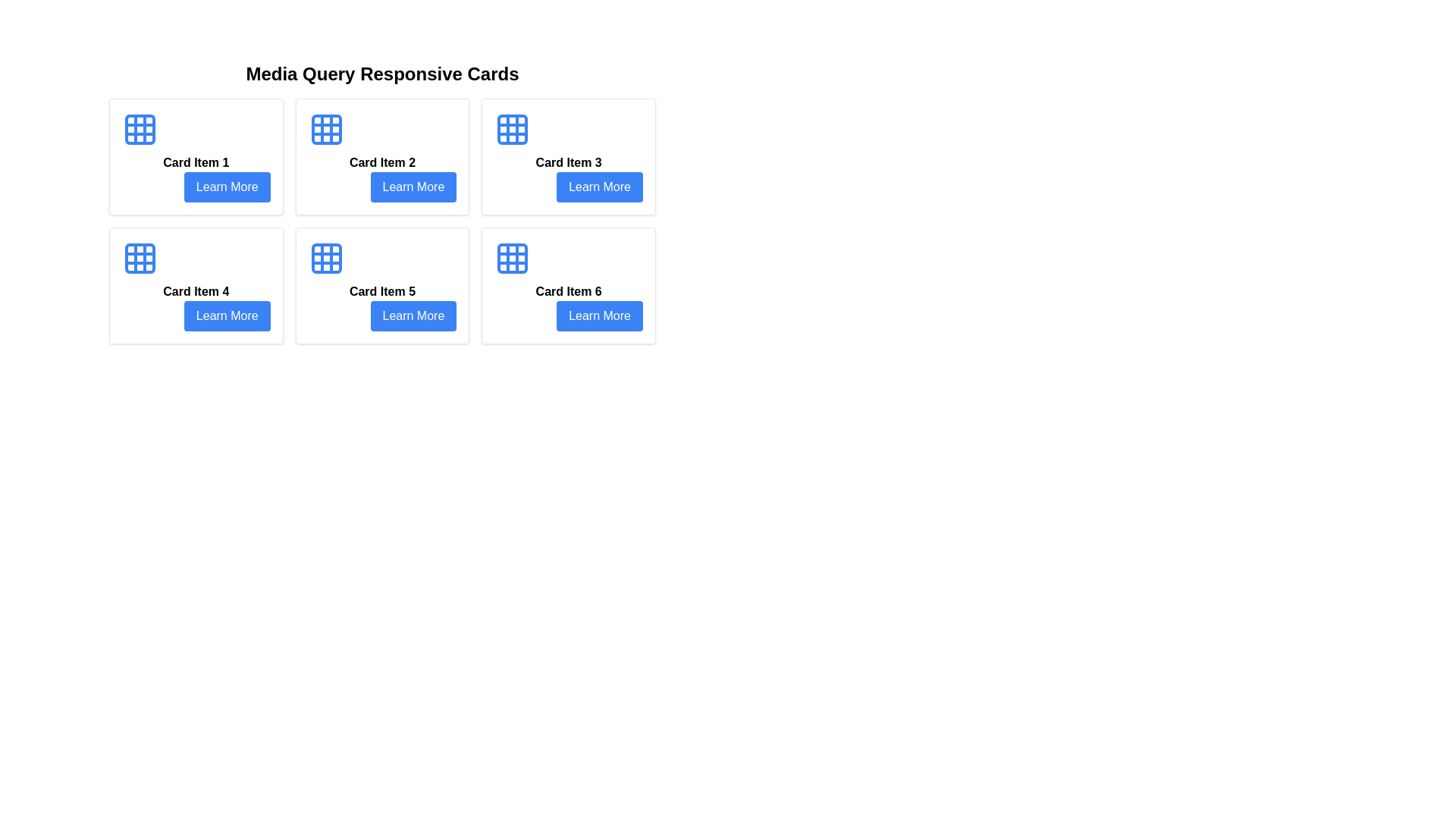 Image resolution: width=1456 pixels, height=819 pixels. What do you see at coordinates (195, 286) in the screenshot?
I see `the rectangular card with a white background, rounded corners, and a blue button labeled 'Learn More' at the bottom, specifically the fourth card in a grid layout` at bounding box center [195, 286].